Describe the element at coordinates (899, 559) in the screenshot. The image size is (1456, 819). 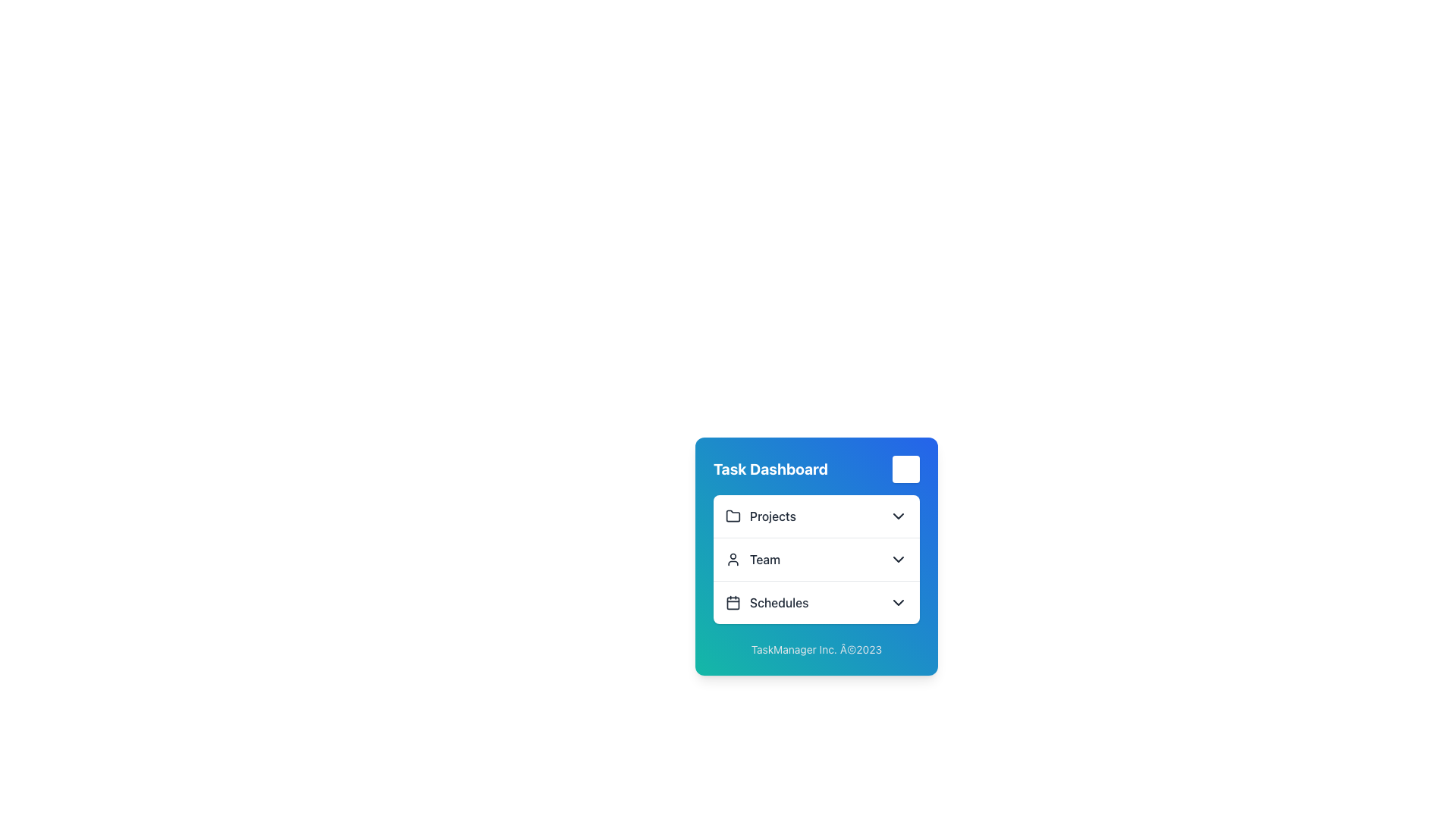
I see `the downward-pointing arrow icon (Dropdown Indicator Icon) located to the right of the 'Team' entry to potentially reveal a tooltip` at that location.